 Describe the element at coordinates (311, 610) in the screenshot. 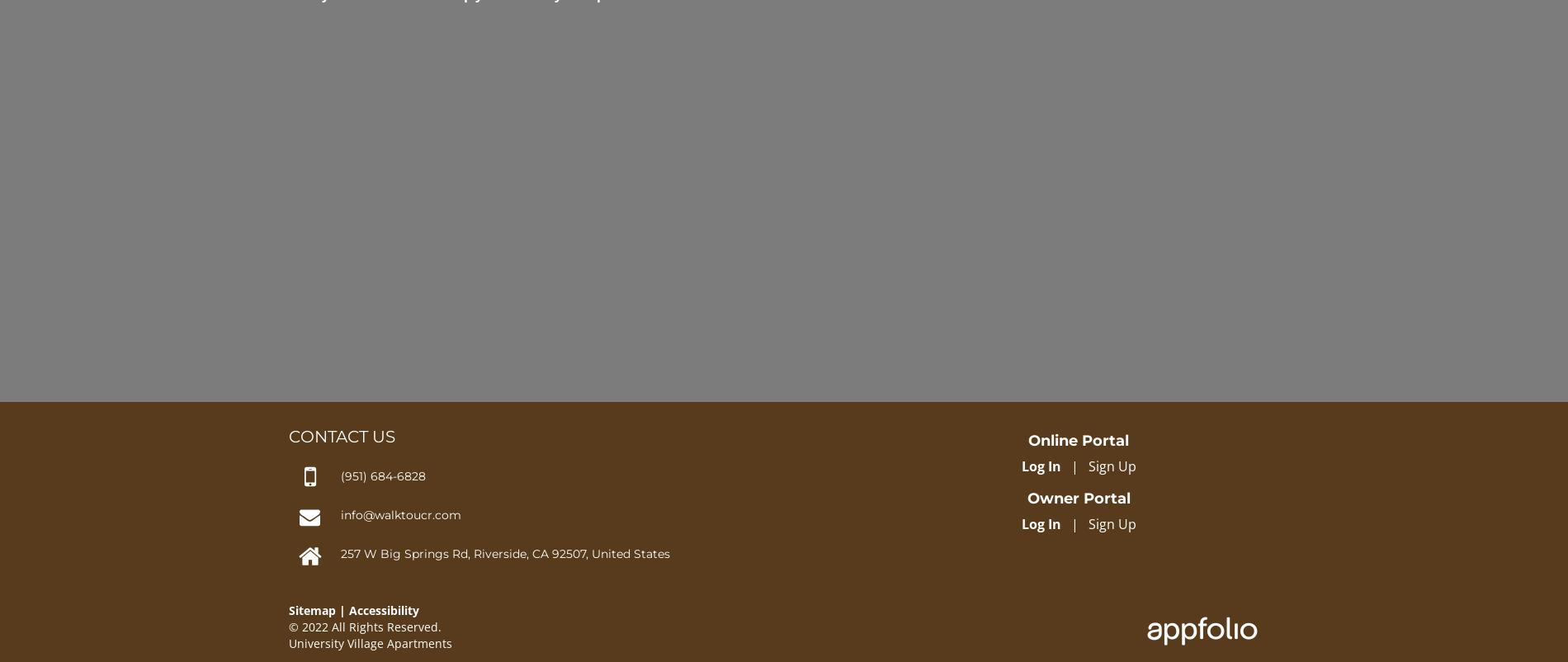

I see `'Sitemap'` at that location.